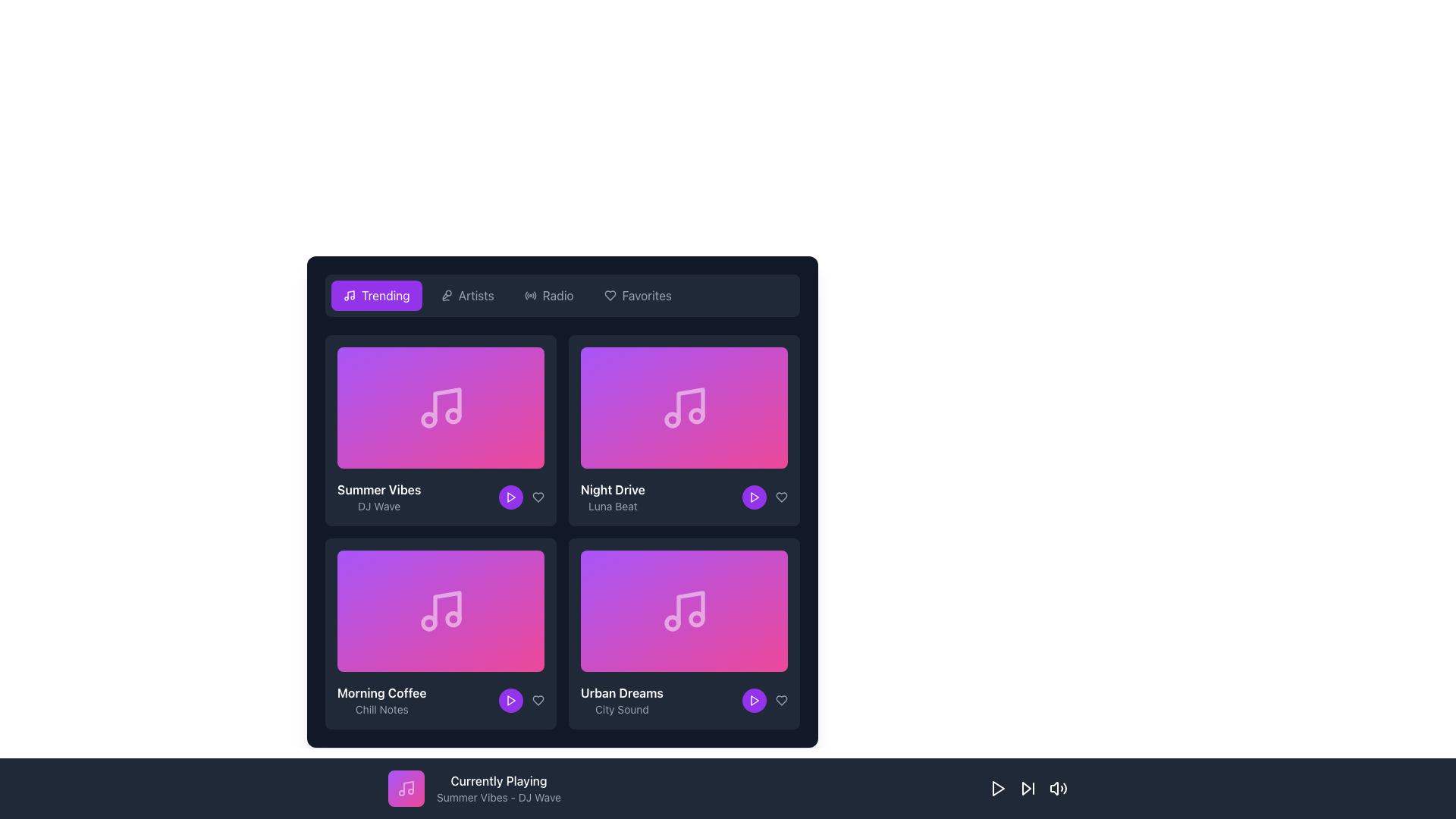 Image resolution: width=1456 pixels, height=819 pixels. Describe the element at coordinates (348, 295) in the screenshot. I see `the SVG icon located to the left of the 'Trending' button in the navigation bar at the top left corner of the user interface` at that location.